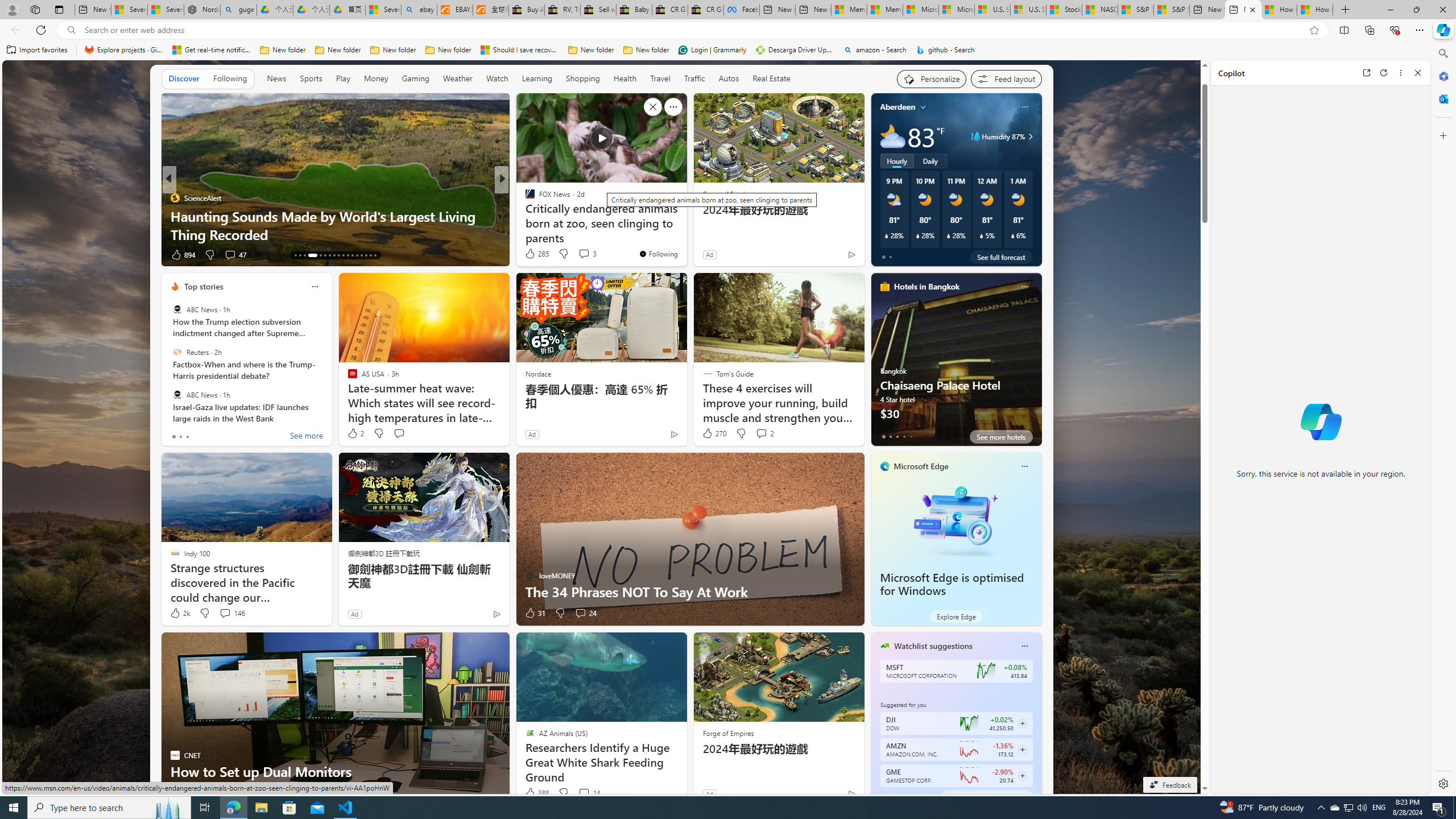 This screenshot has height=819, width=1456. What do you see at coordinates (1012, 235) in the screenshot?
I see `'Class: weather-current-precipitation-glyph'` at bounding box center [1012, 235].